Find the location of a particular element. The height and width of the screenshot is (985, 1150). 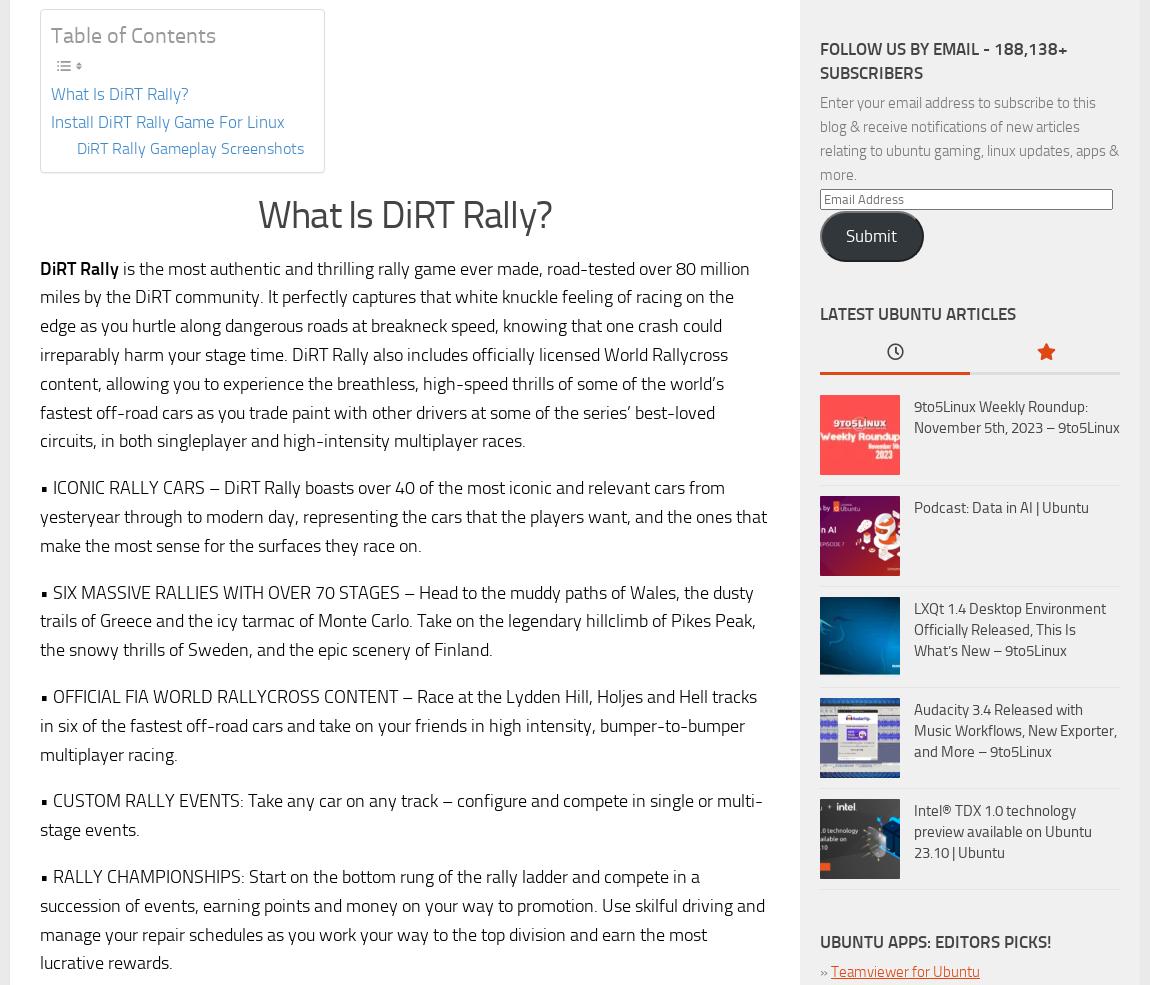

'Follow us by Email - 188,138+ subscribers' is located at coordinates (944, 59).